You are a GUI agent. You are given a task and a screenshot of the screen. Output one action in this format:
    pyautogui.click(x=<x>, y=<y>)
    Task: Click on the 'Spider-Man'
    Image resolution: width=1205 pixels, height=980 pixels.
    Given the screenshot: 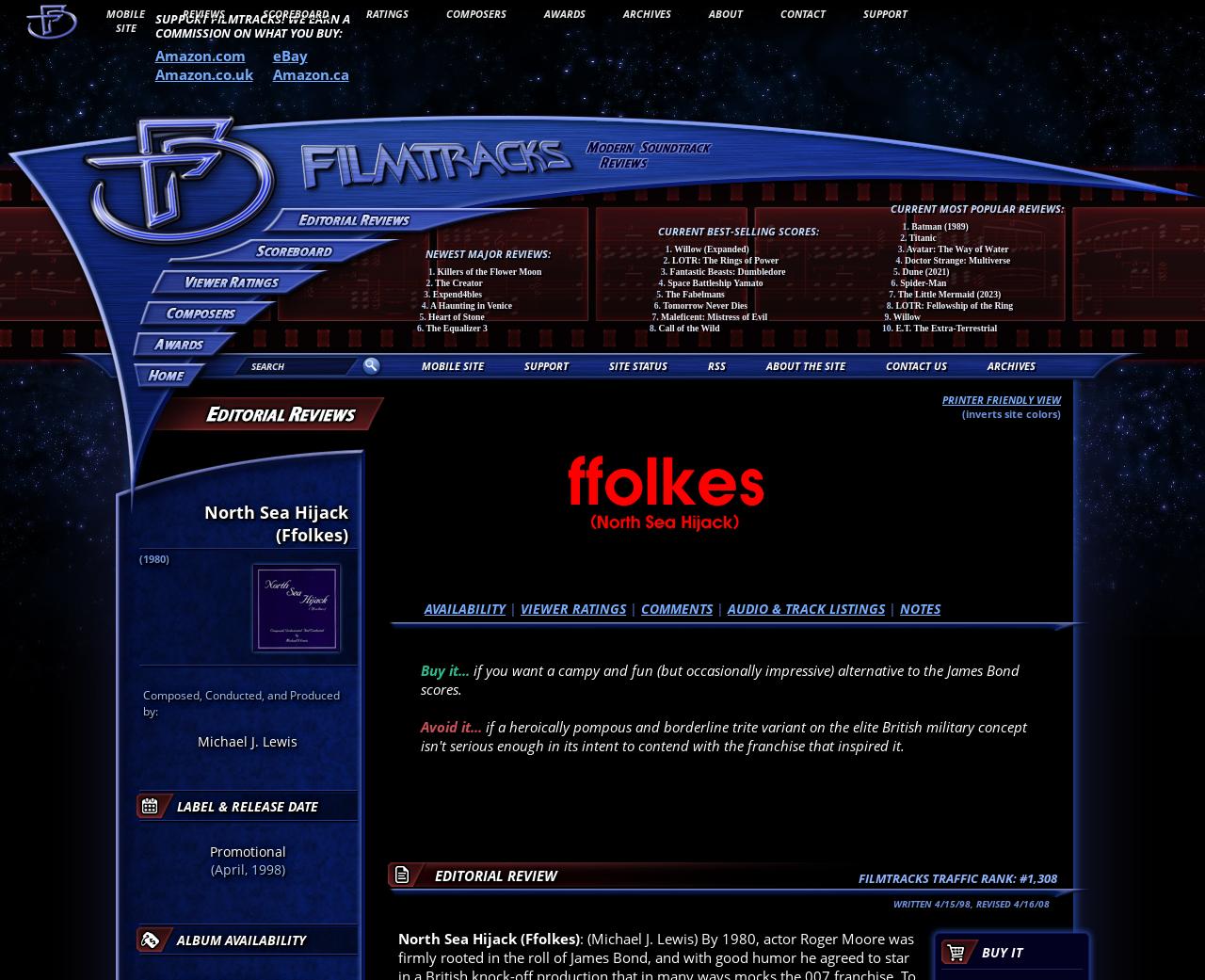 What is the action you would take?
    pyautogui.click(x=923, y=281)
    